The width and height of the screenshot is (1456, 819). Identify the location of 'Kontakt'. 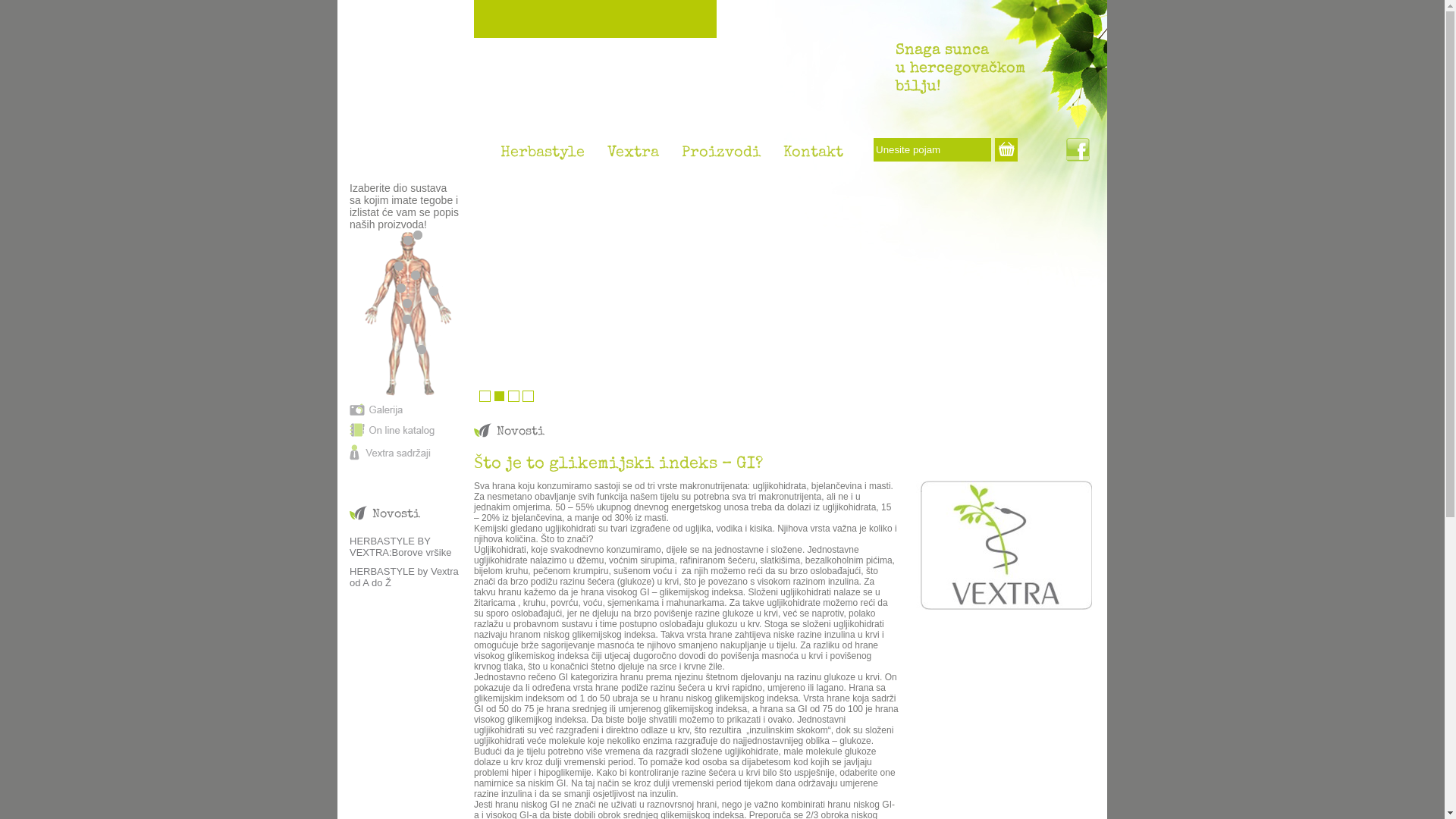
(812, 157).